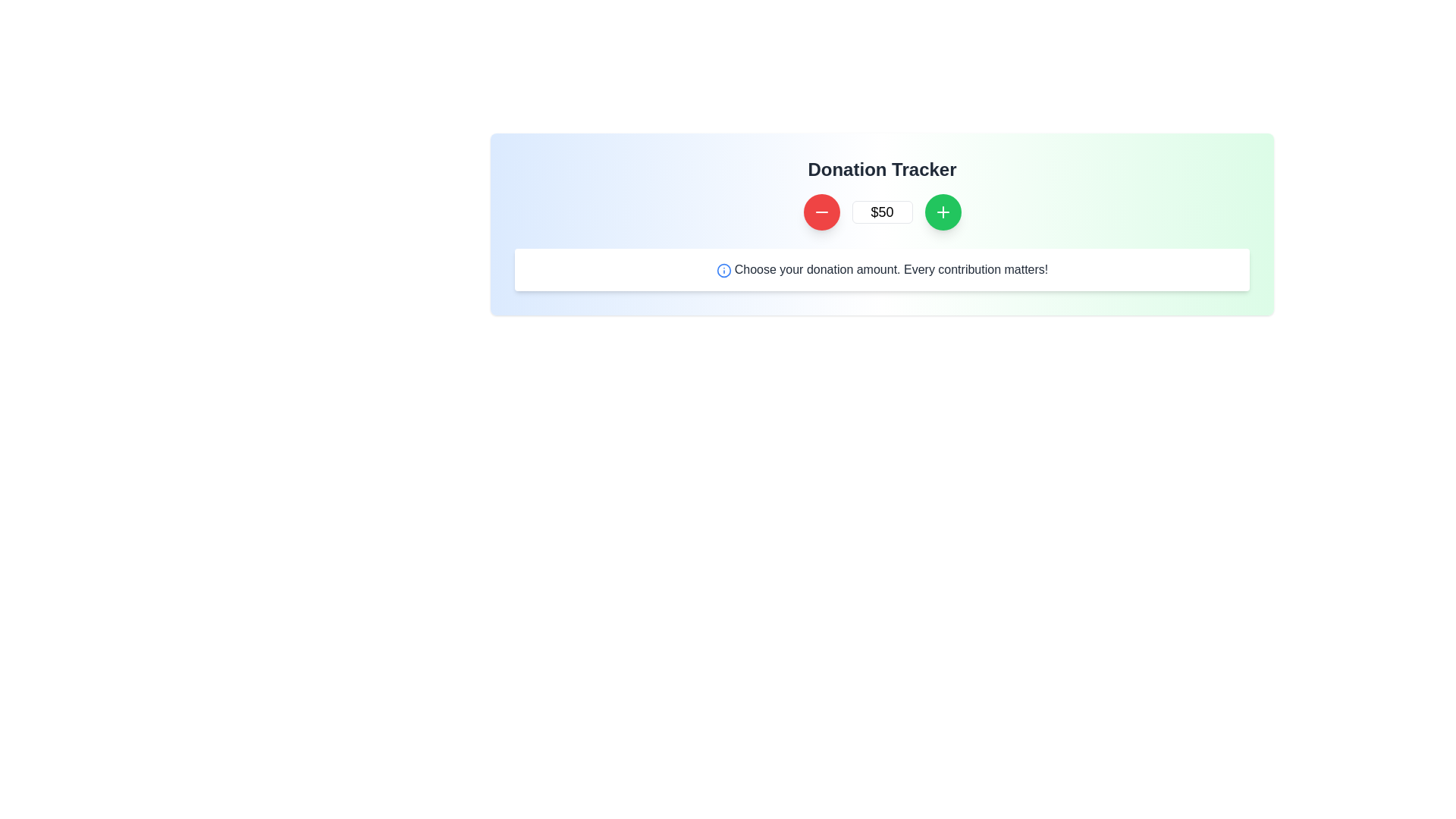 The height and width of the screenshot is (819, 1456). Describe the element at coordinates (821, 212) in the screenshot. I see `the circular red button with a white minus sign to decrease the donation amount in the Donation Tracker interface` at that location.